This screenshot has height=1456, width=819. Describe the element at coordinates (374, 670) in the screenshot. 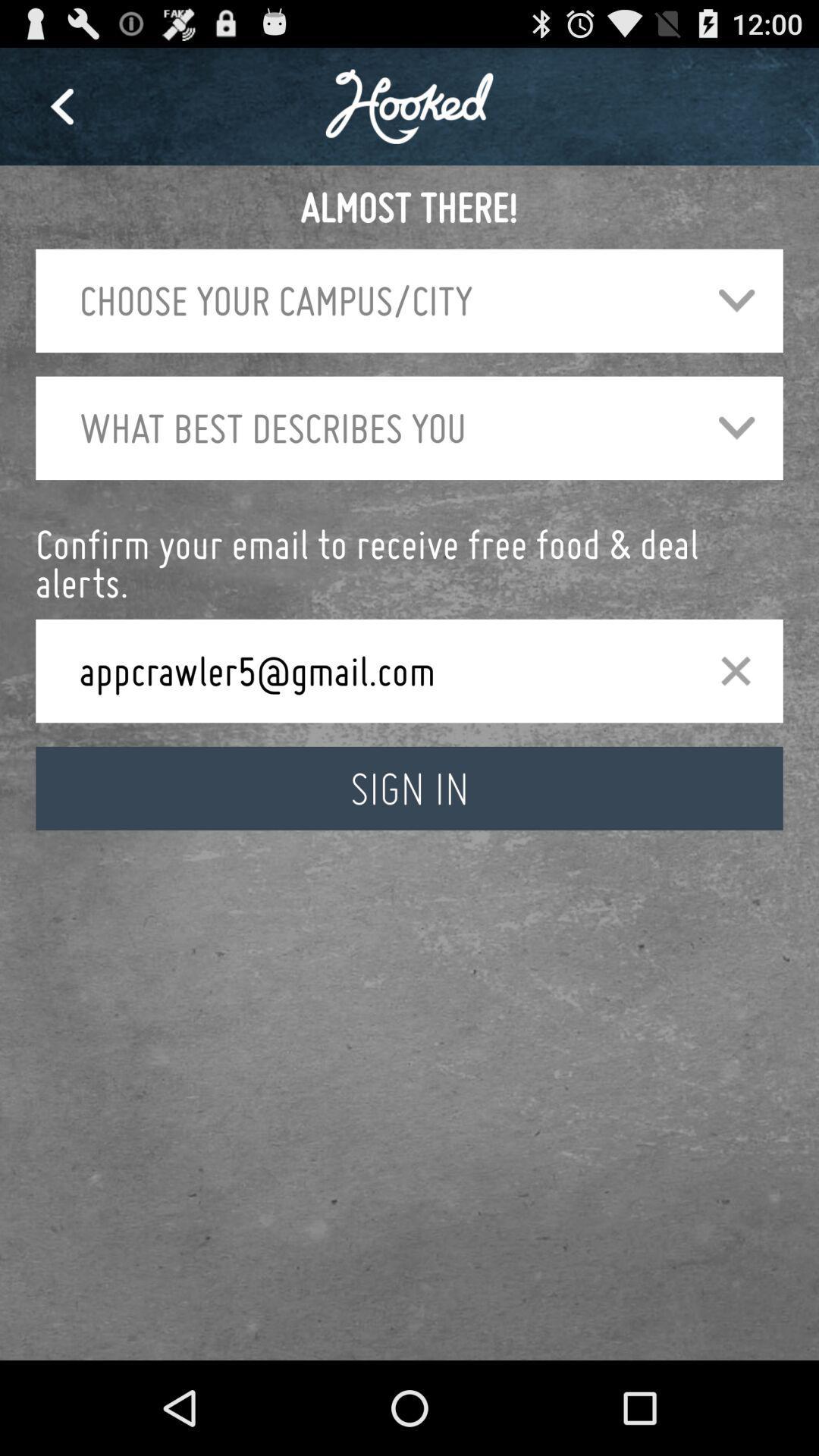

I see `appcrawler5@gmail.com item` at that location.